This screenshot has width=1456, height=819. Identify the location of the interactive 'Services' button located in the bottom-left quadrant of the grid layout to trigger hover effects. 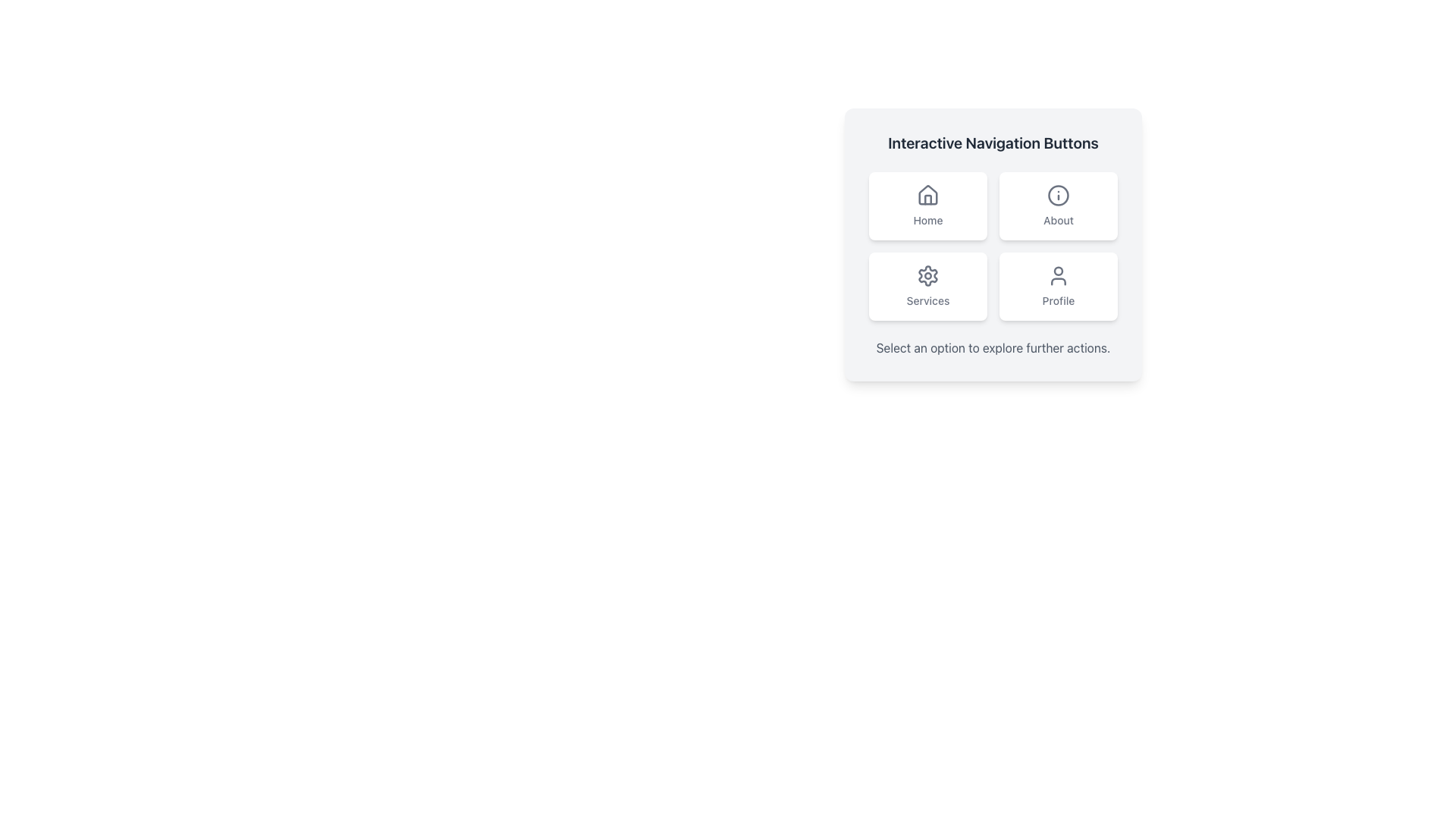
(927, 287).